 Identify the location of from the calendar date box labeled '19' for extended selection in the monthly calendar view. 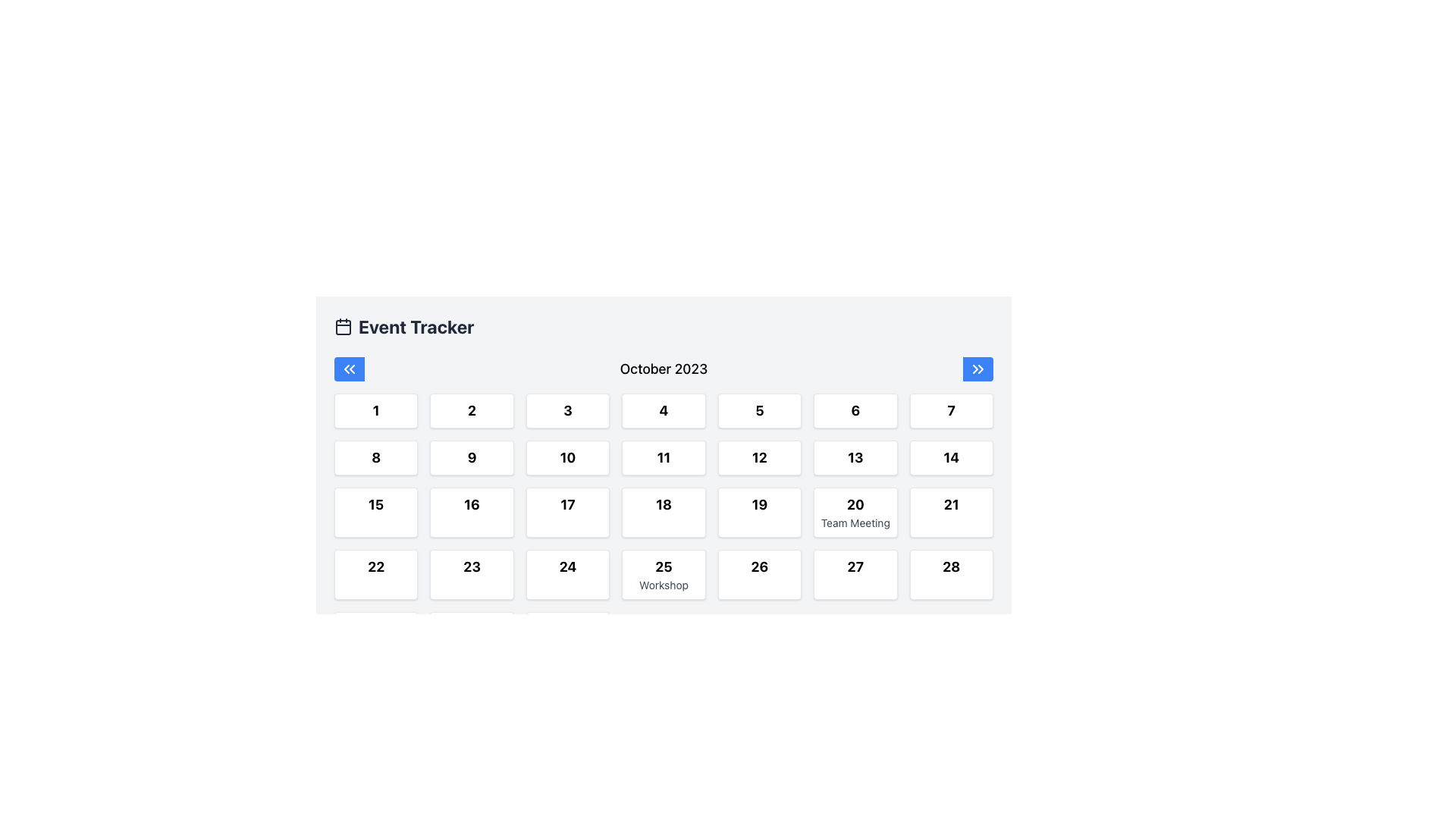
(759, 512).